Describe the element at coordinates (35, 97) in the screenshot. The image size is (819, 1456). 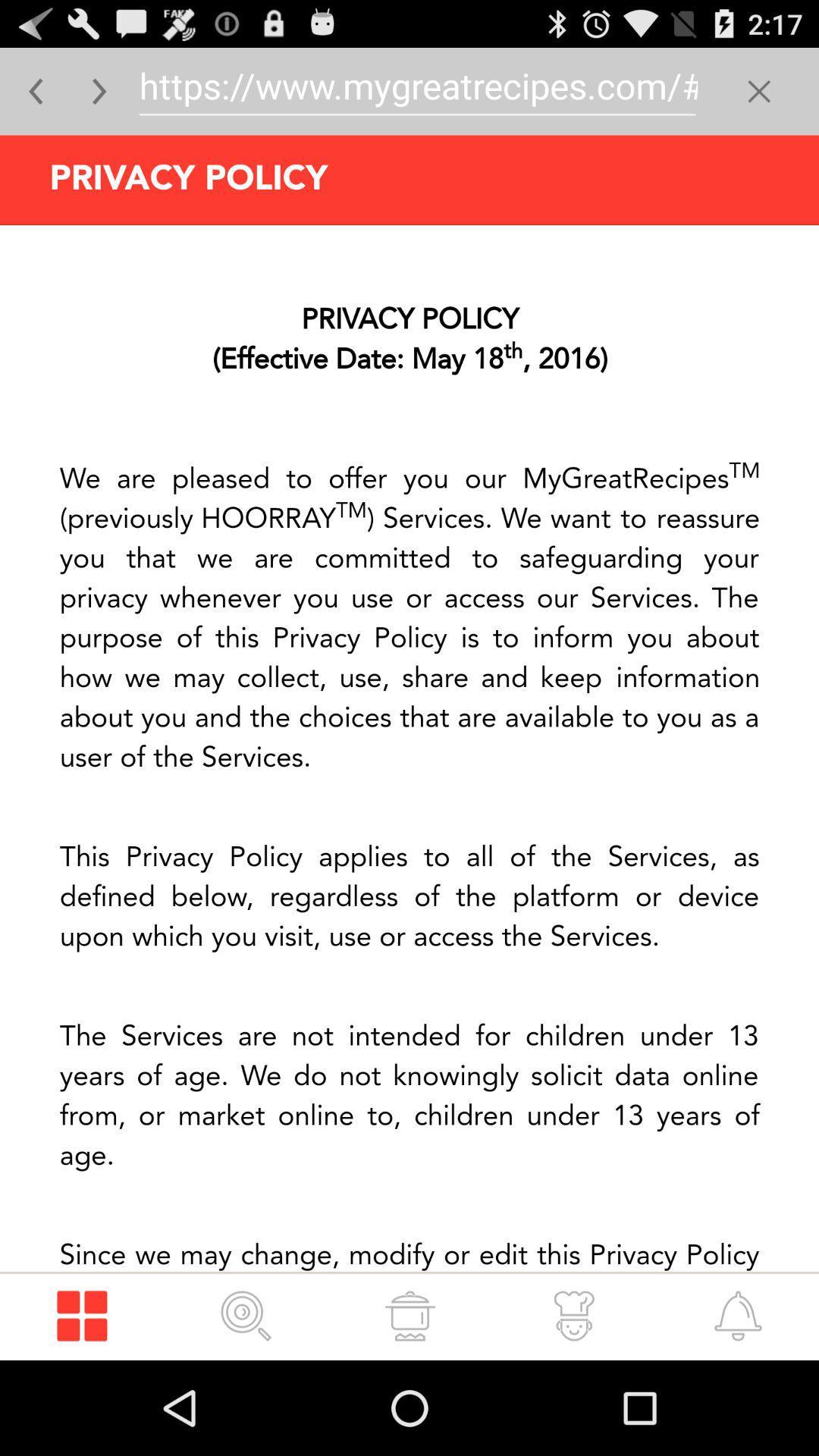
I see `the arrow_backward icon` at that location.